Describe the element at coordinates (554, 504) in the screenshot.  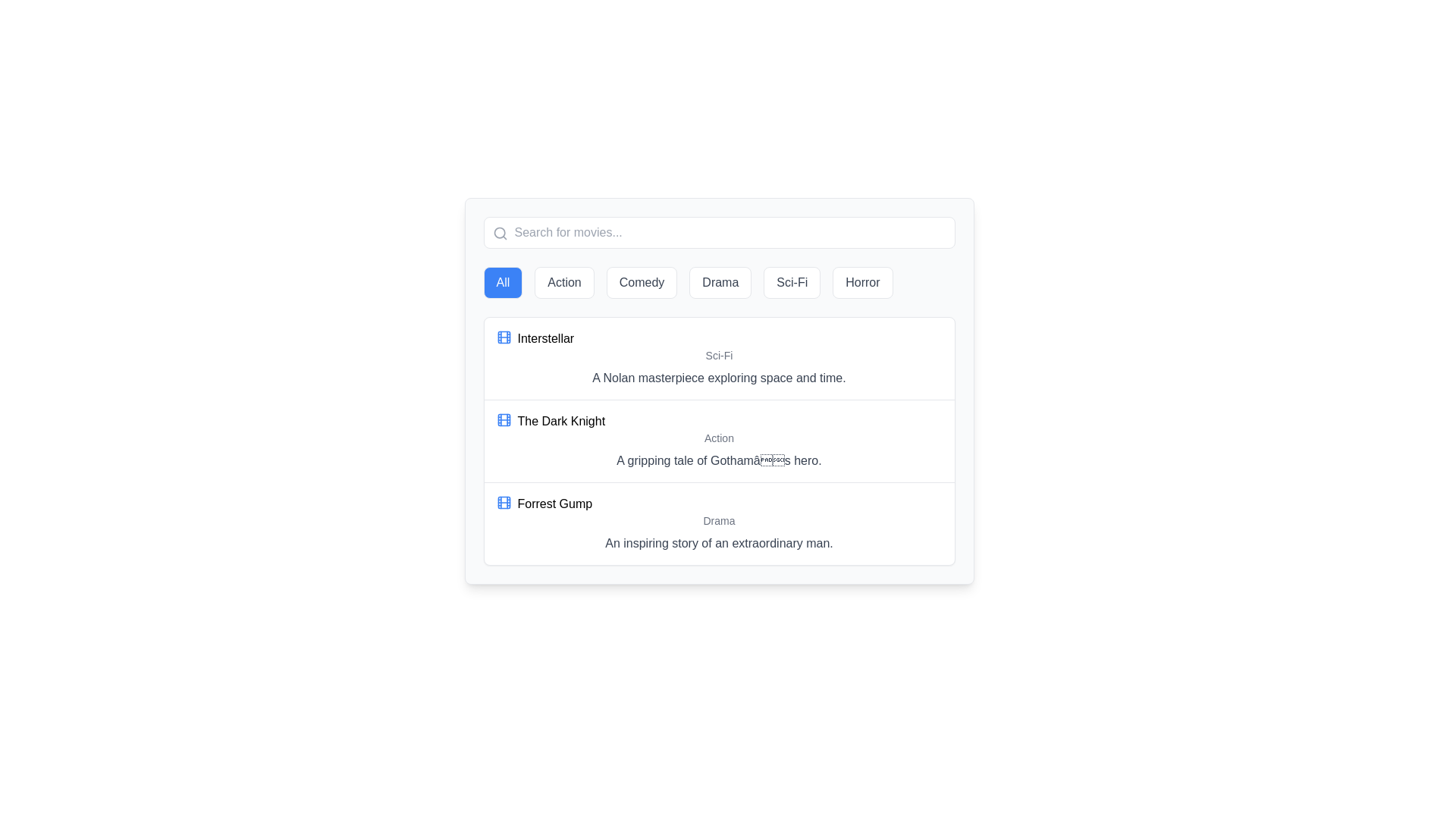
I see `text label displaying the movie title located in the third section of the movie list, positioned to the right of the film reel icon` at that location.